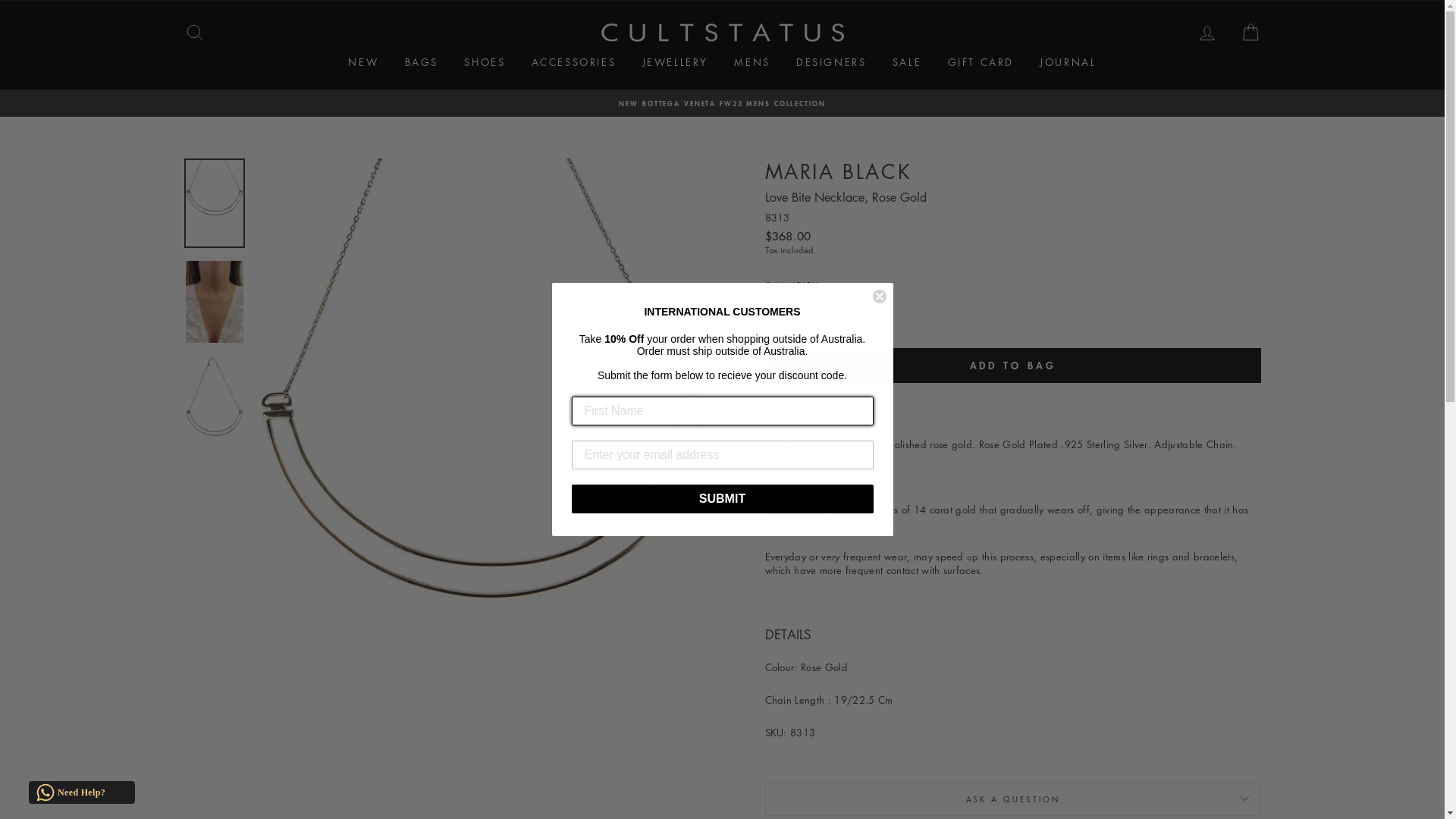 The height and width of the screenshot is (819, 1456). What do you see at coordinates (174, 33) in the screenshot?
I see `'SEARCH'` at bounding box center [174, 33].